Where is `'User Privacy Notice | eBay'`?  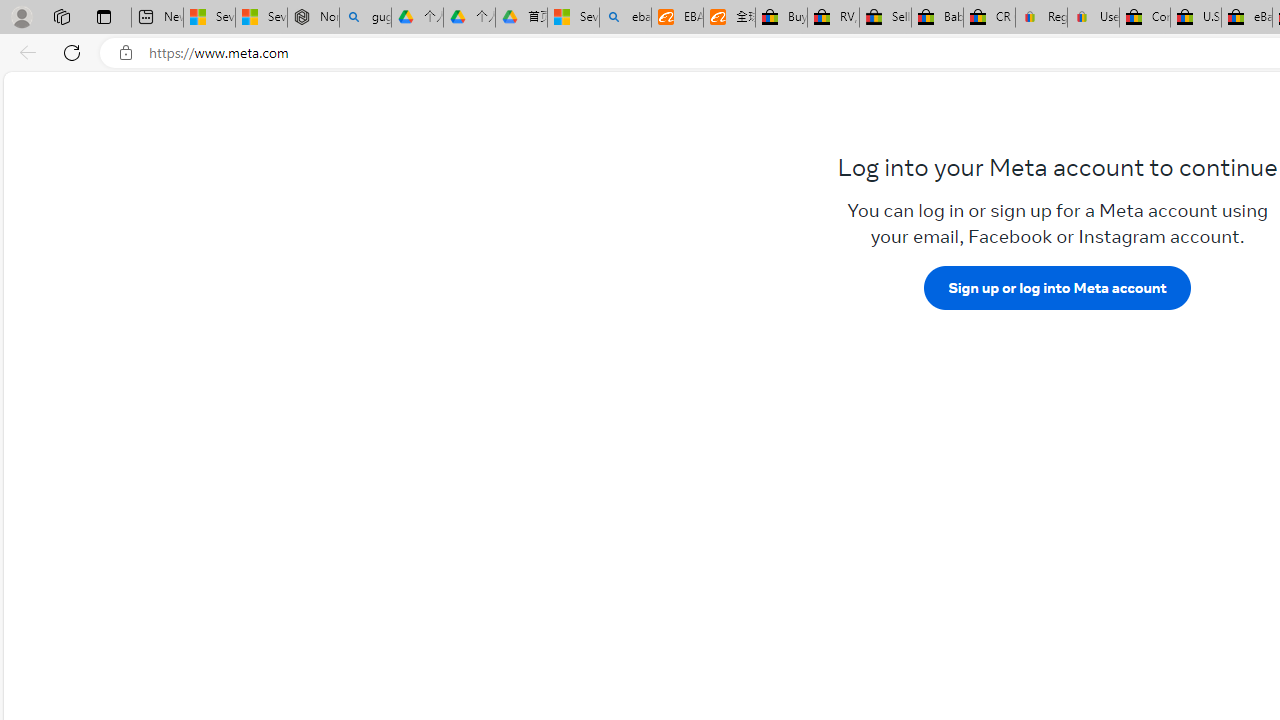
'User Privacy Notice | eBay' is located at coordinates (1092, 17).